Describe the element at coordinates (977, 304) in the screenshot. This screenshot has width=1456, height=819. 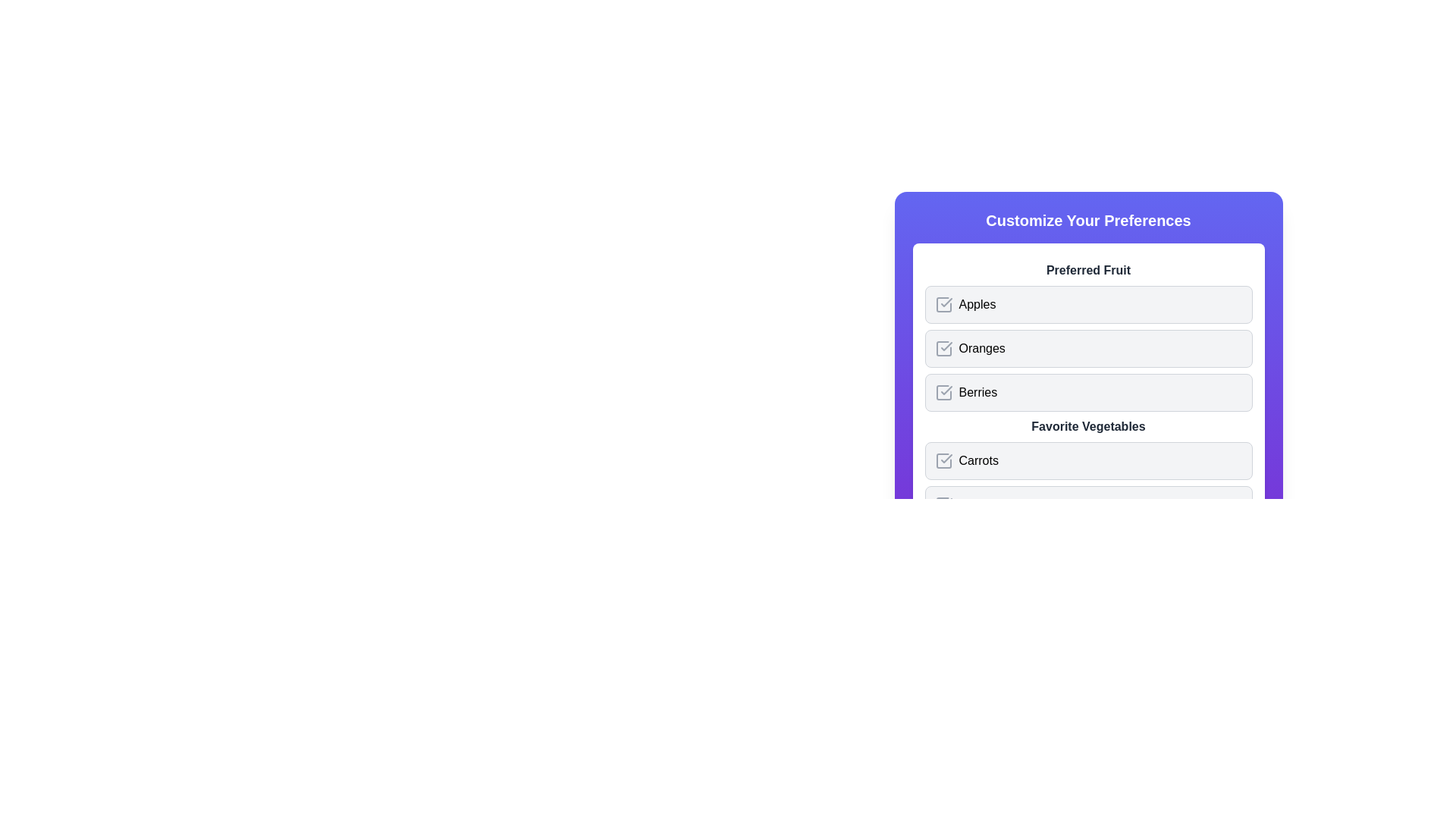
I see `the static text element displaying 'Apples' in the 'Preferred Fruit' section of the 'Customize Your Preferences' interface` at that location.